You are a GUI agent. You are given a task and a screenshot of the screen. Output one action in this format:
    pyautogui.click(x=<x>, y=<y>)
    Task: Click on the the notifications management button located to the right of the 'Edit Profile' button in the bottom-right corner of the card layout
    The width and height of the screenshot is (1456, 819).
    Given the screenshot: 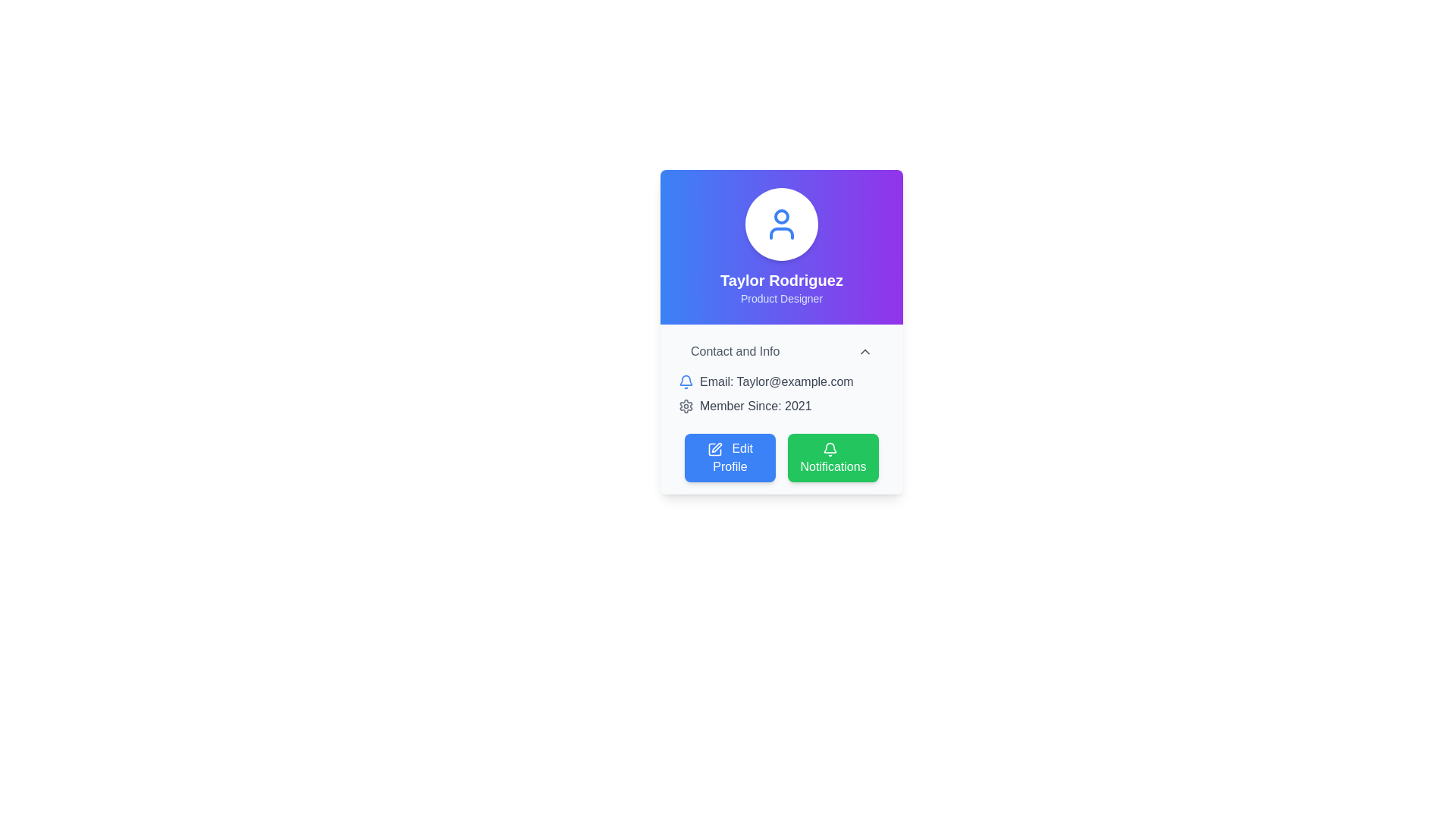 What is the action you would take?
    pyautogui.click(x=833, y=457)
    